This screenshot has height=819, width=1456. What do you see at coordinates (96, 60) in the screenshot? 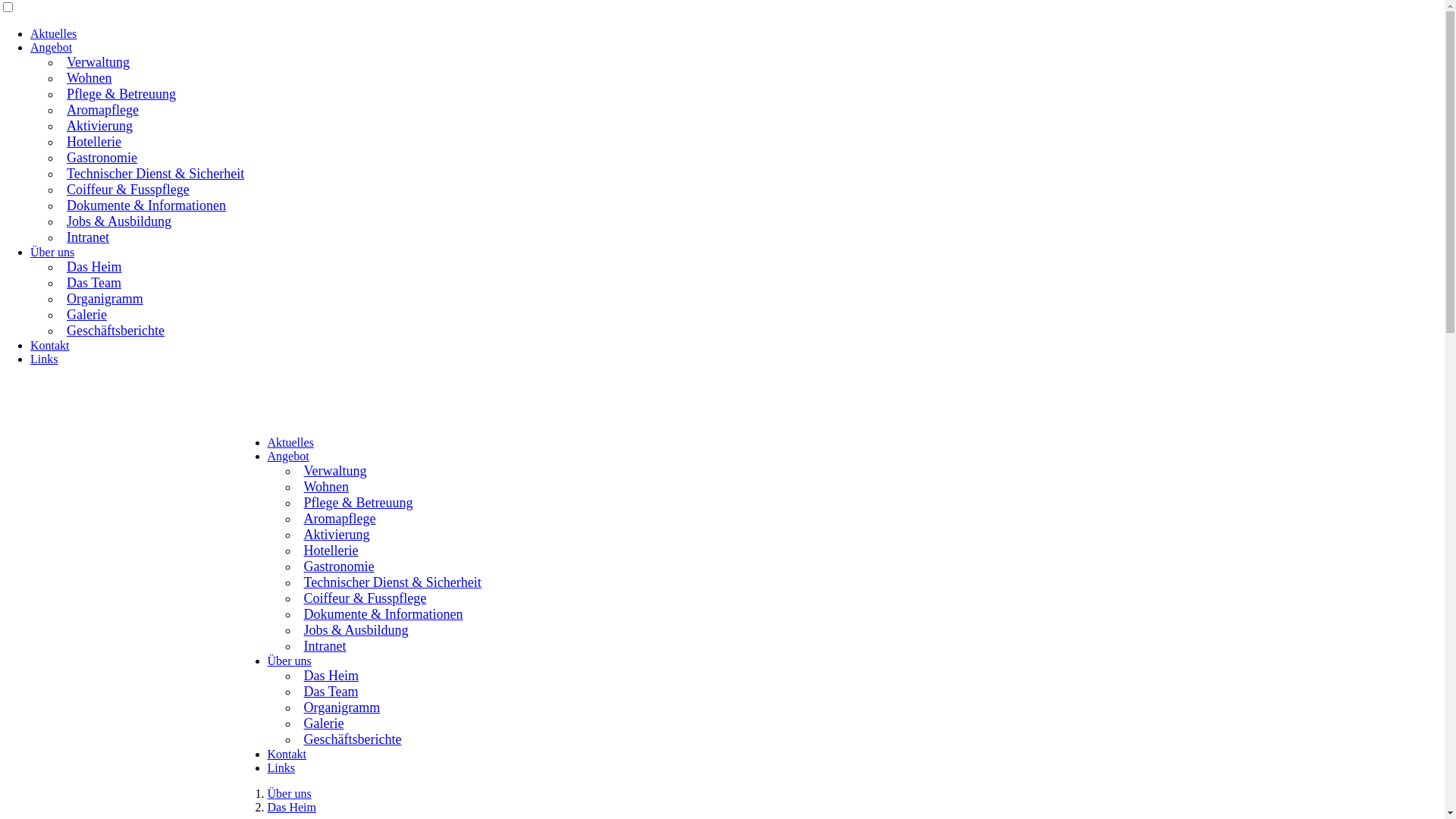
I see `'Verwaltung'` at bounding box center [96, 60].